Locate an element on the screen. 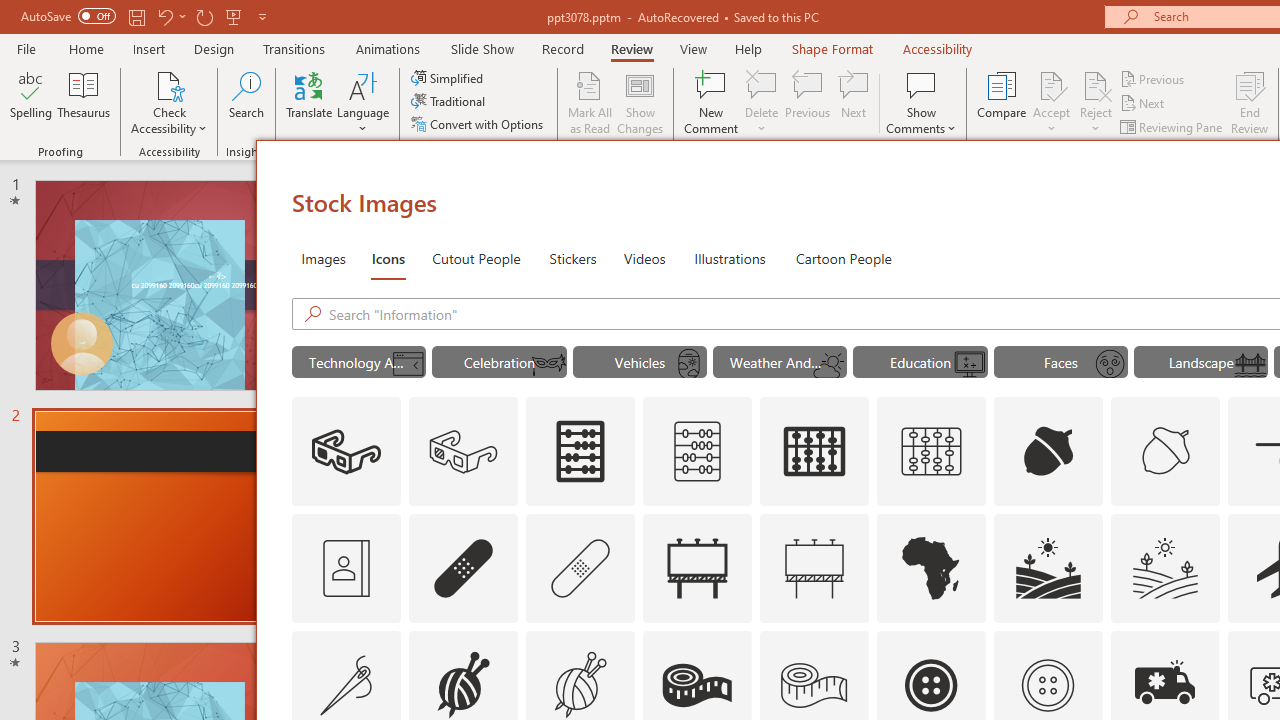 Image resolution: width=1280 pixels, height=720 pixels. 'Illustrations' is located at coordinates (729, 257).